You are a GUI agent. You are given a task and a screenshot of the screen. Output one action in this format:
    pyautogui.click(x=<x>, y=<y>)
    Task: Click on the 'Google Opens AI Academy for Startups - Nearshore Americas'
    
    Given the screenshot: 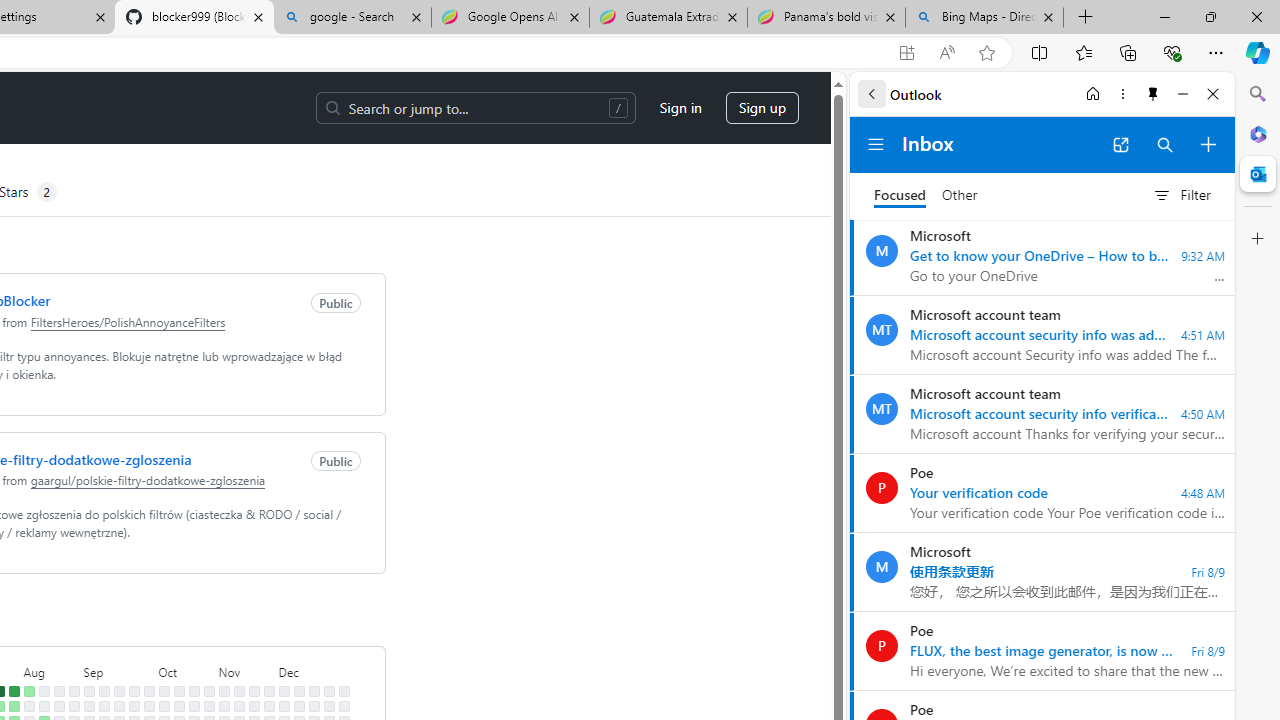 What is the action you would take?
    pyautogui.click(x=510, y=17)
    